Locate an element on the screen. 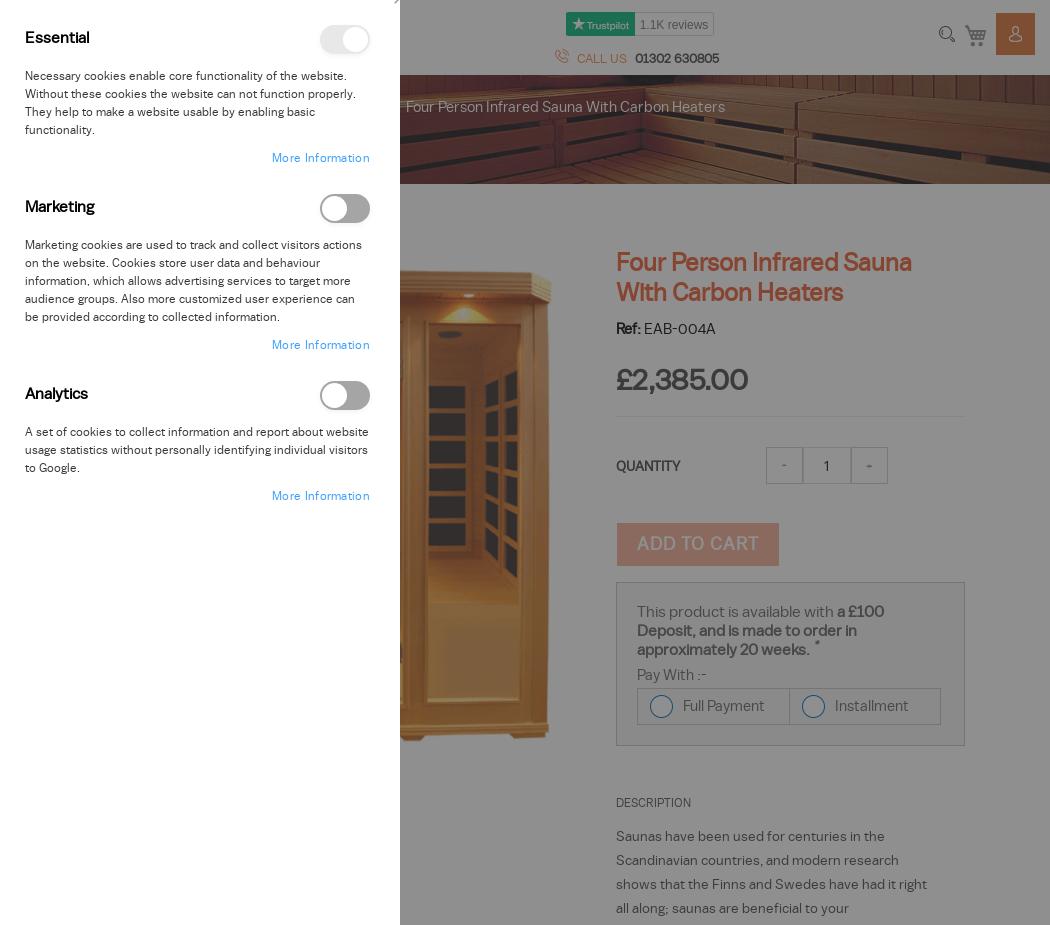 The image size is (1050, 925). 'Login' is located at coordinates (995, 182).